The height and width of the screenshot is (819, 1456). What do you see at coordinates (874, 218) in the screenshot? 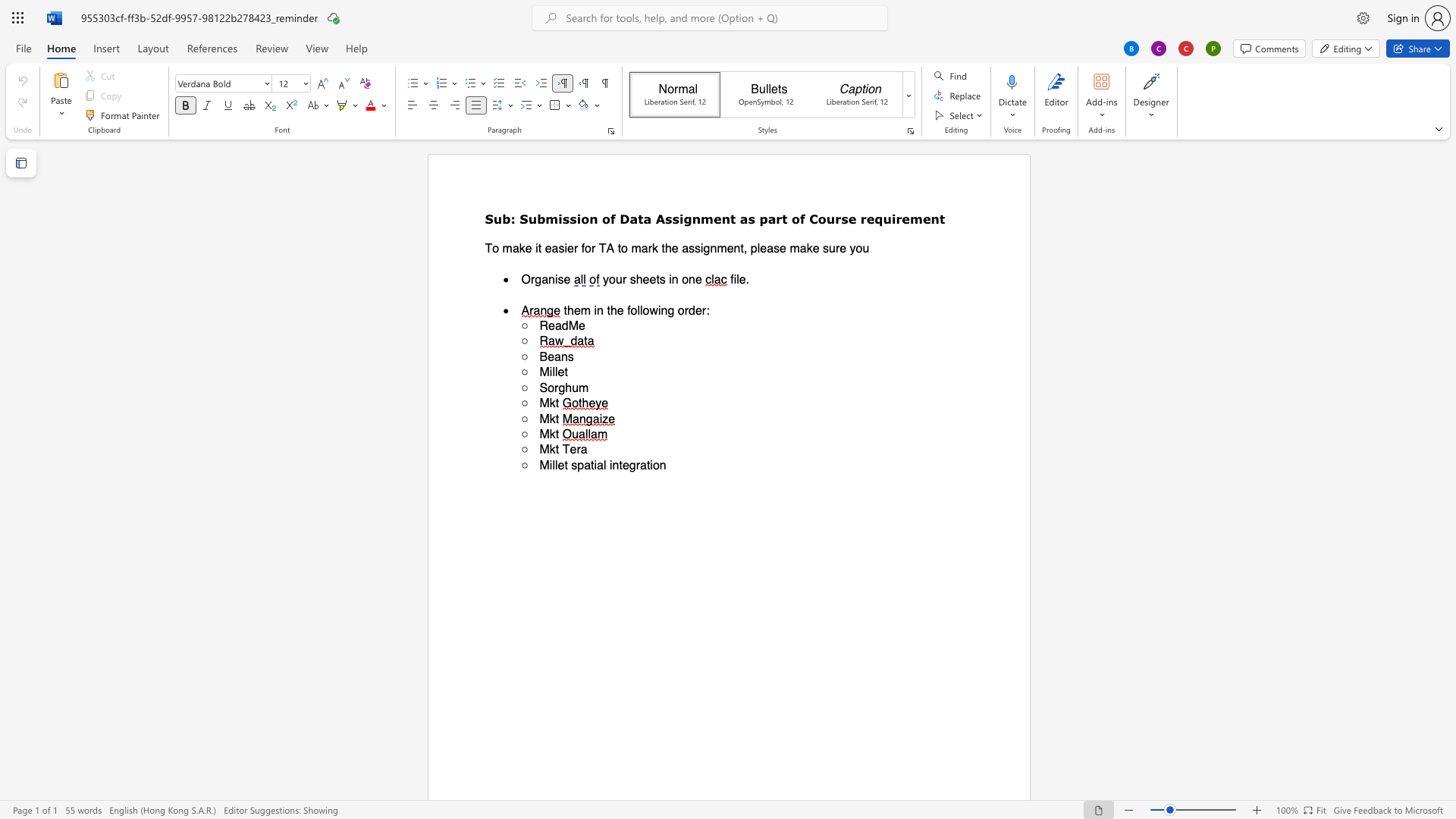
I see `the space between the continuous character "e" and "q" in the text` at bounding box center [874, 218].